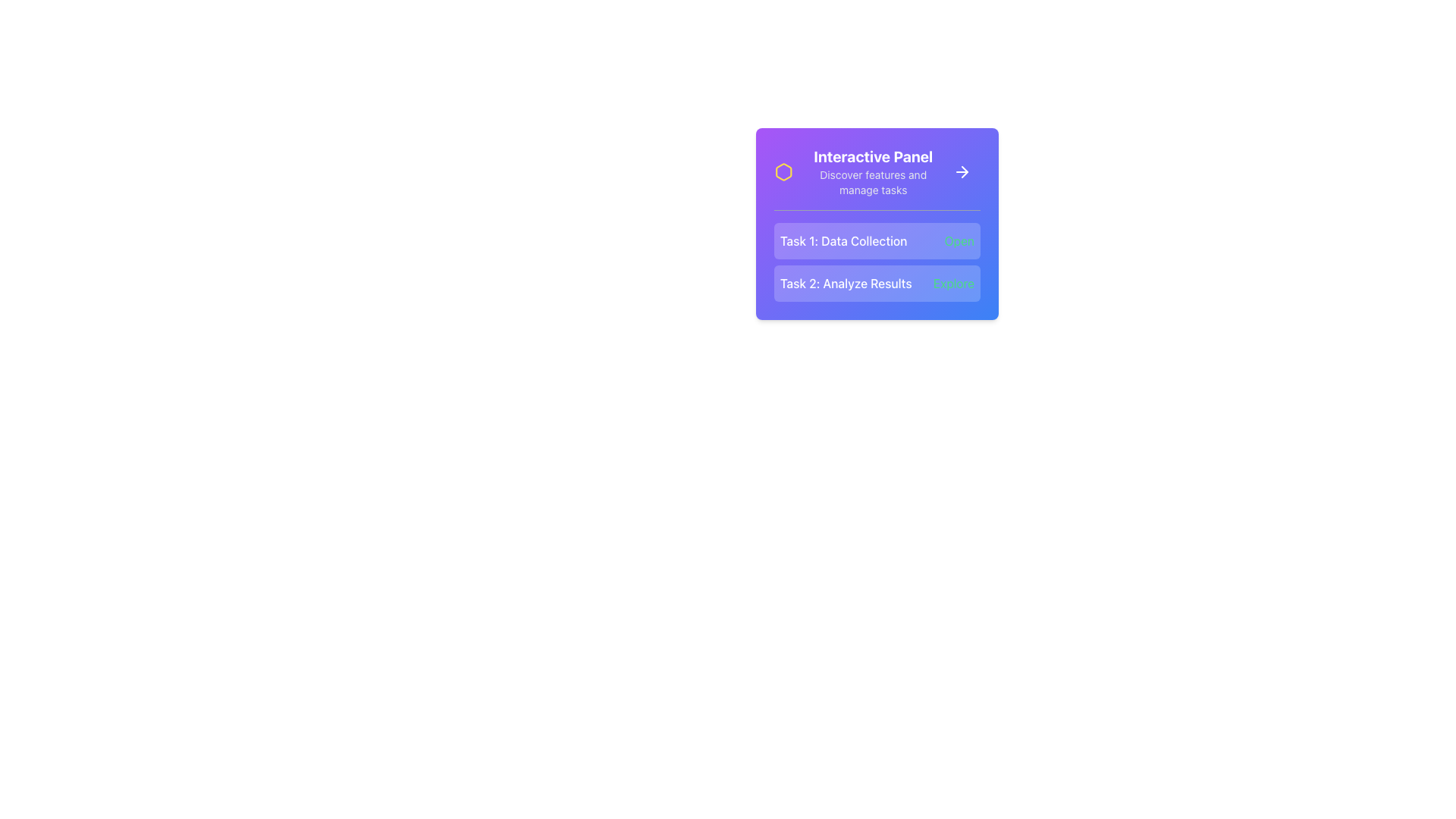 The image size is (1456, 819). Describe the element at coordinates (961, 171) in the screenshot. I see `the small, rounded white button with a right-pointing arrow icon located in the top right corner of the 'Interactive Panel' to trigger the hover effect and change its color to gray` at that location.